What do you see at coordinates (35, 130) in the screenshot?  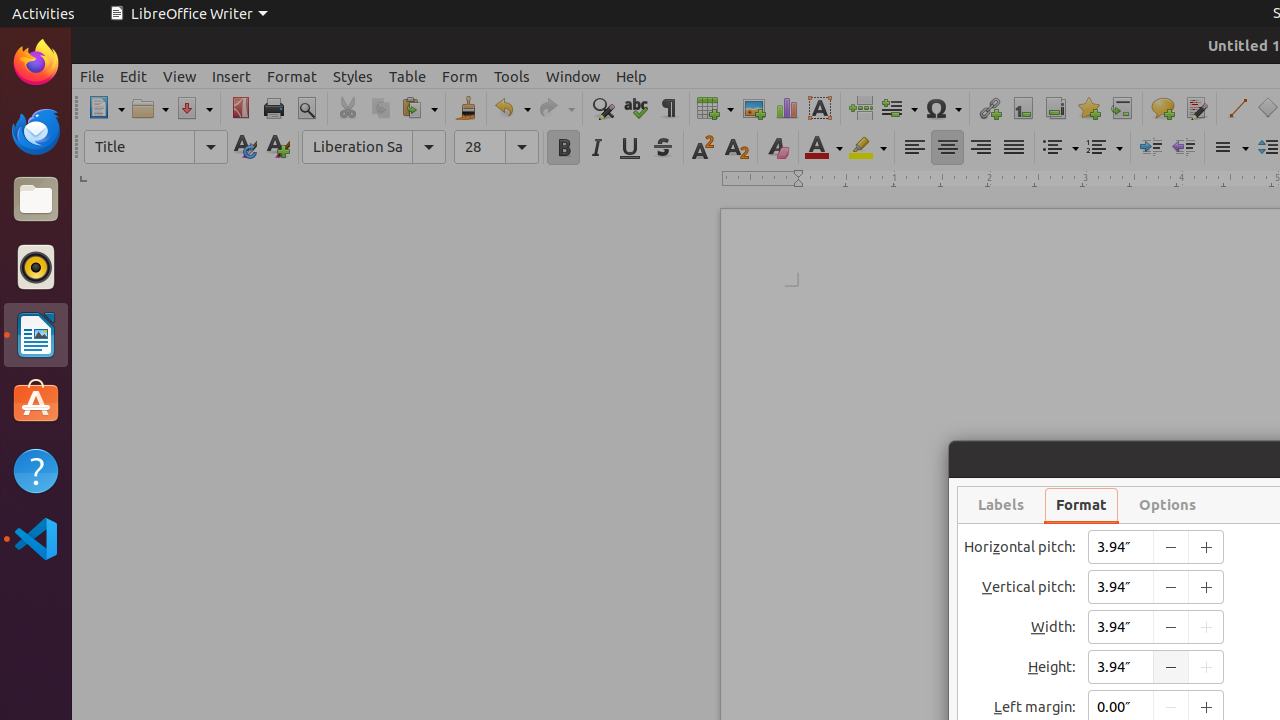 I see `'Thunderbird Mail'` at bounding box center [35, 130].